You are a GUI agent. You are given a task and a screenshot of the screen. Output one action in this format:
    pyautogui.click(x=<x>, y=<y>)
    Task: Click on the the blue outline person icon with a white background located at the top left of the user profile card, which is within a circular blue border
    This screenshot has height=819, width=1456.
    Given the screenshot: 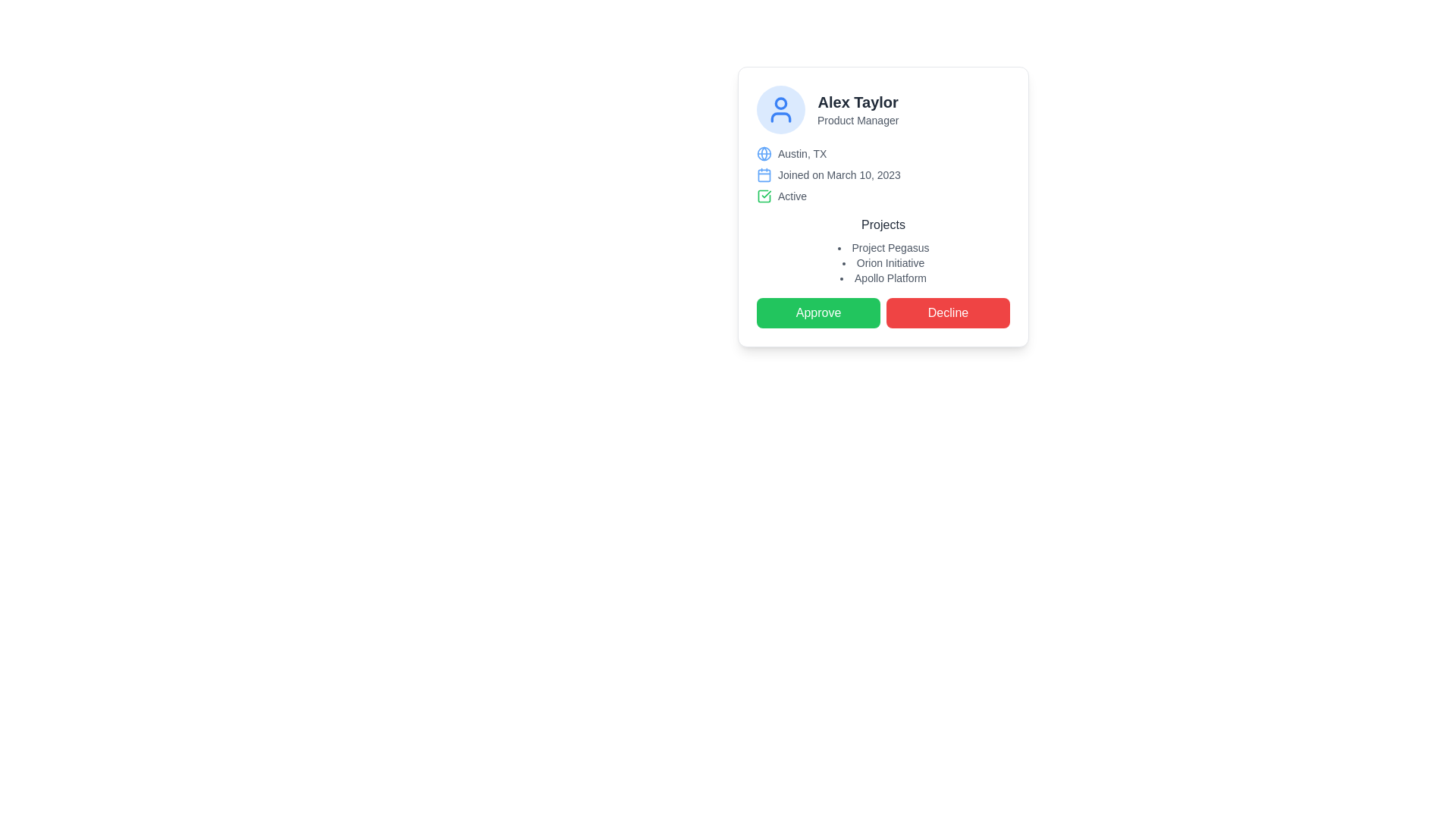 What is the action you would take?
    pyautogui.click(x=781, y=109)
    